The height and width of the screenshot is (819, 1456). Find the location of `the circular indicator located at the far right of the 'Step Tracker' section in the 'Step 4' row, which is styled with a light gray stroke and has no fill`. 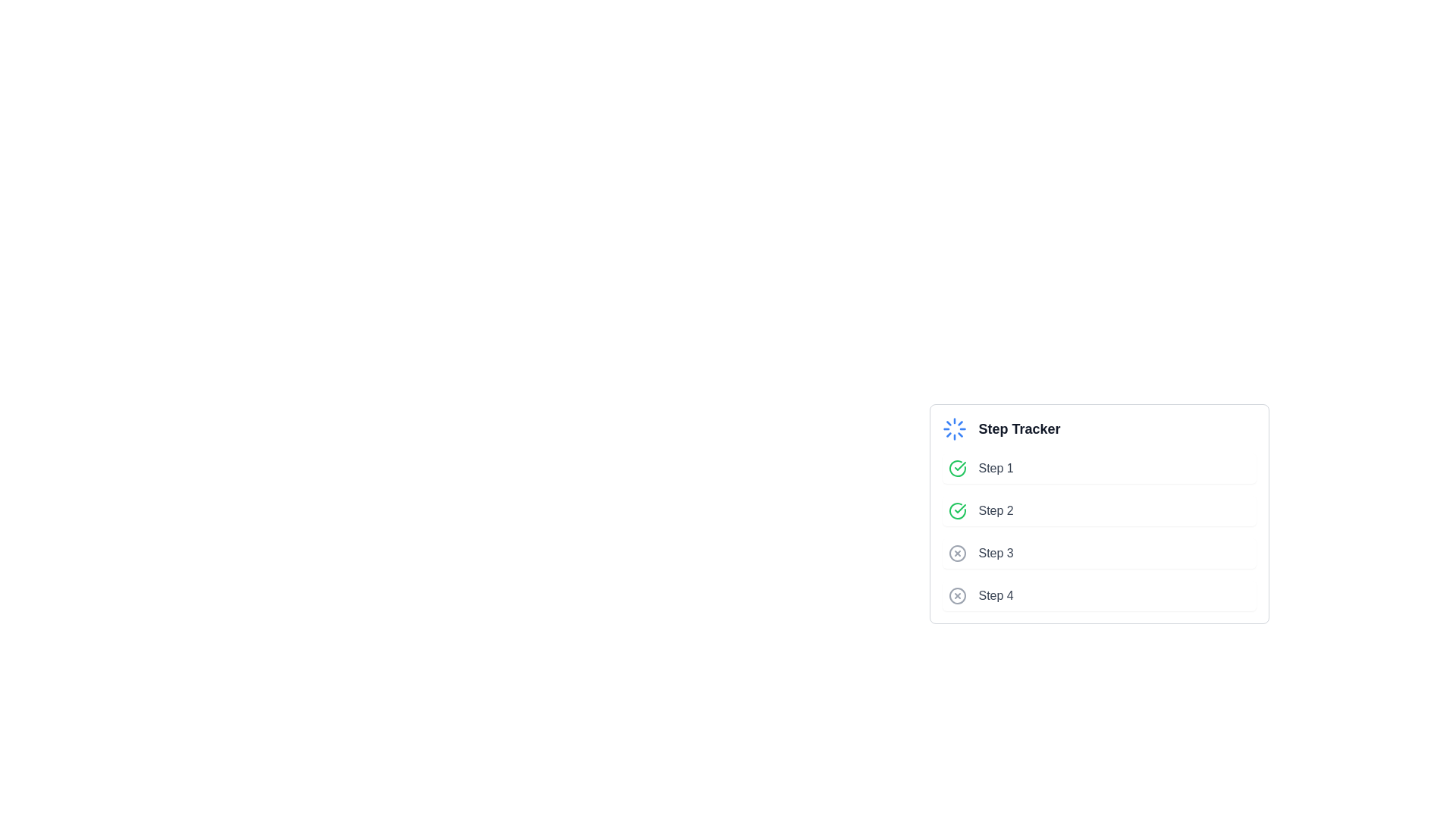

the circular indicator located at the far right of the 'Step Tracker' section in the 'Step 4' row, which is styled with a light gray stroke and has no fill is located at coordinates (956, 595).